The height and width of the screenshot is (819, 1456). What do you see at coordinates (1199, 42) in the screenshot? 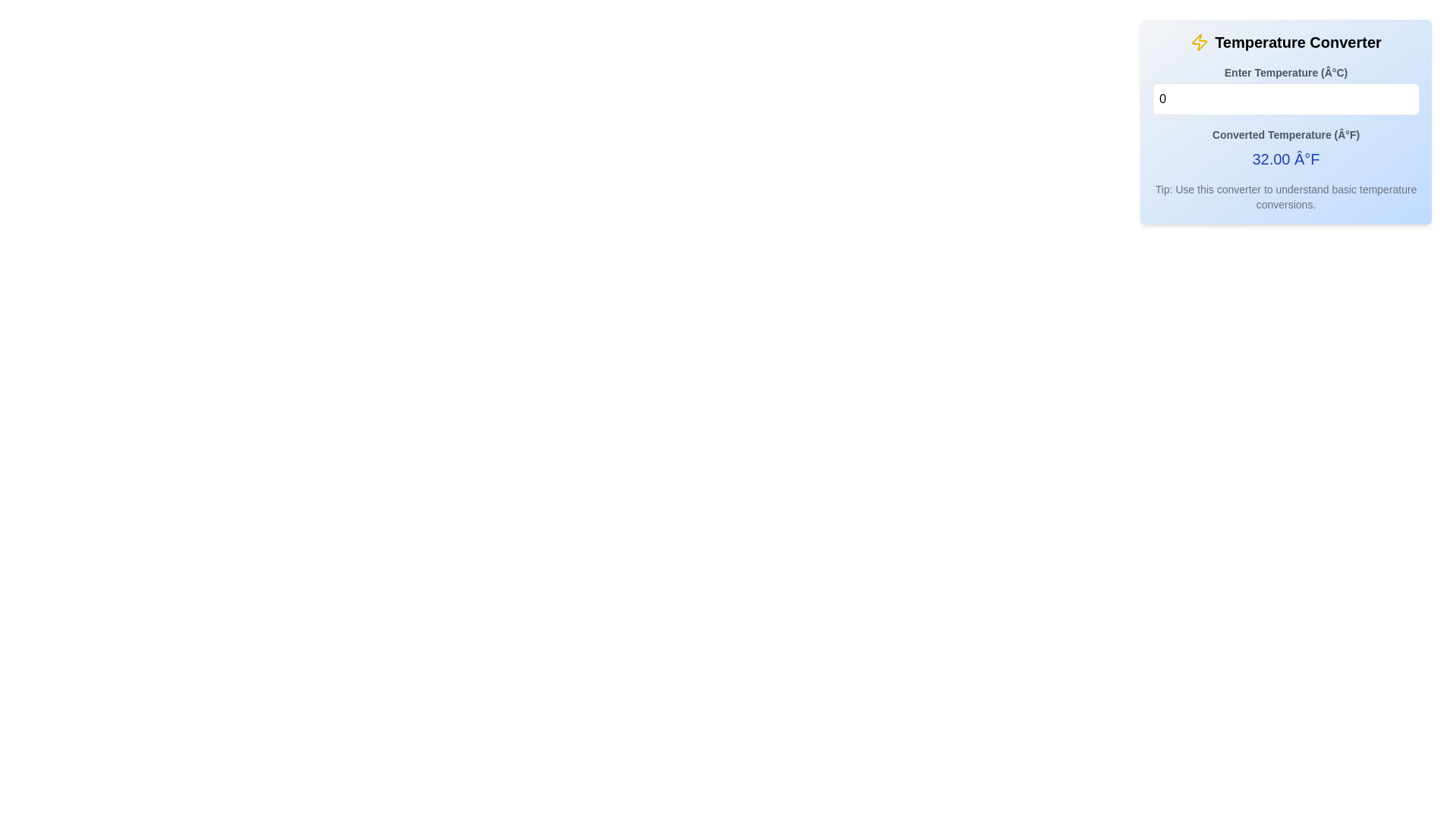
I see `the lightning bolt icon, visually filled in with yellow, located at the top left corner of the temperature converter component` at bounding box center [1199, 42].